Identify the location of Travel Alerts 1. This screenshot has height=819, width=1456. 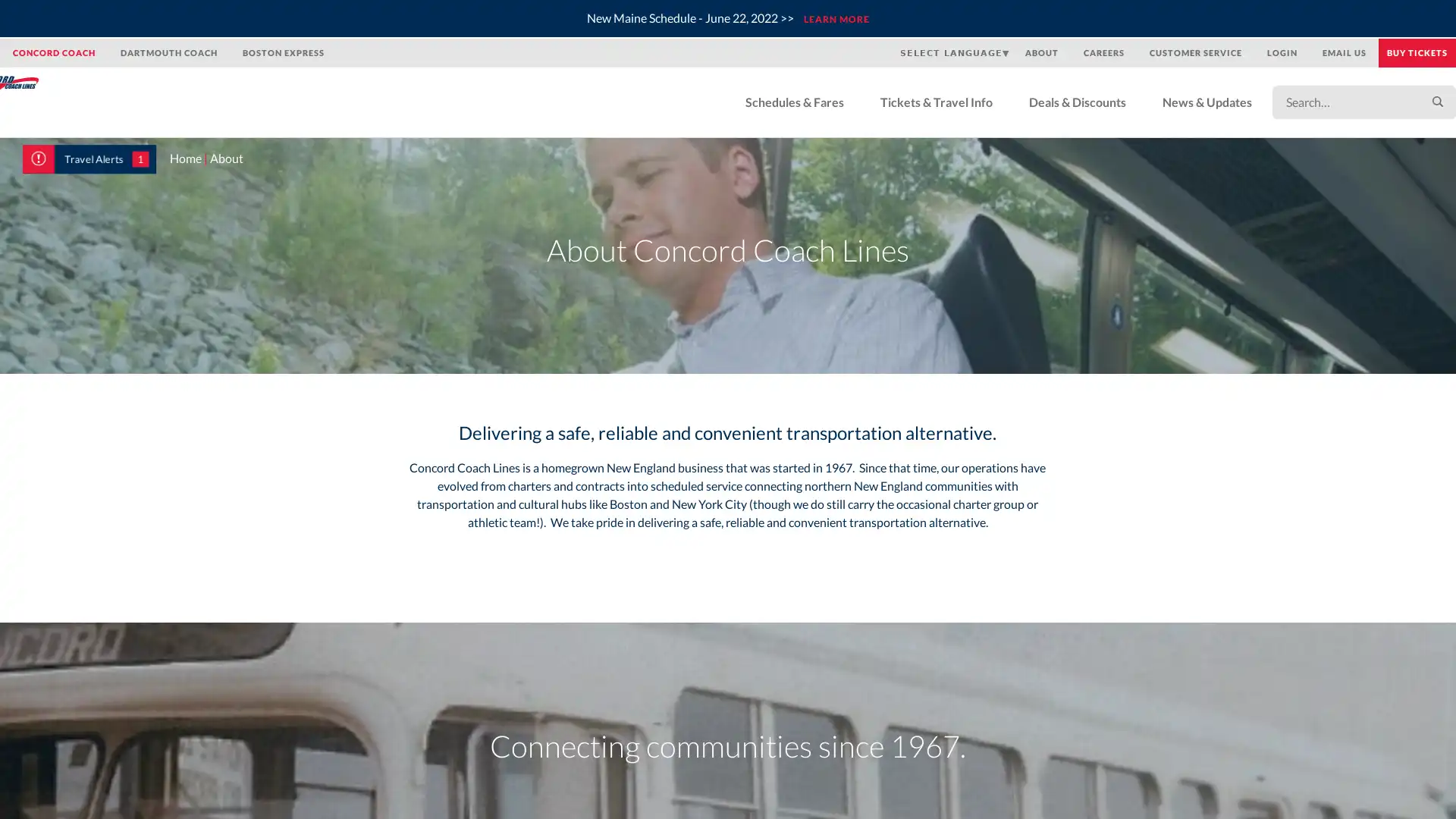
(89, 158).